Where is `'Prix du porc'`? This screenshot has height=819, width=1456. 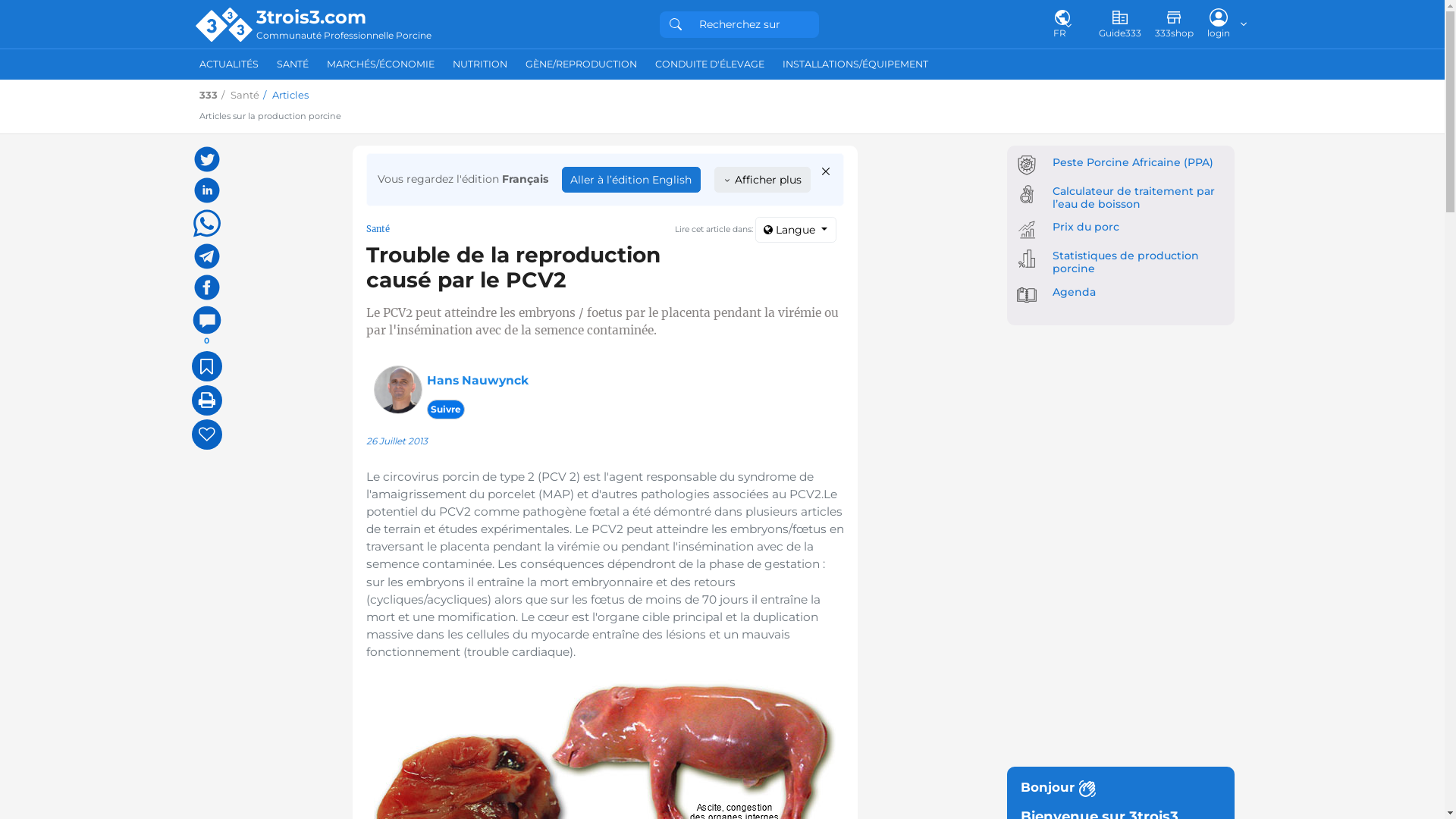
'Prix du porc' is located at coordinates (1084, 227).